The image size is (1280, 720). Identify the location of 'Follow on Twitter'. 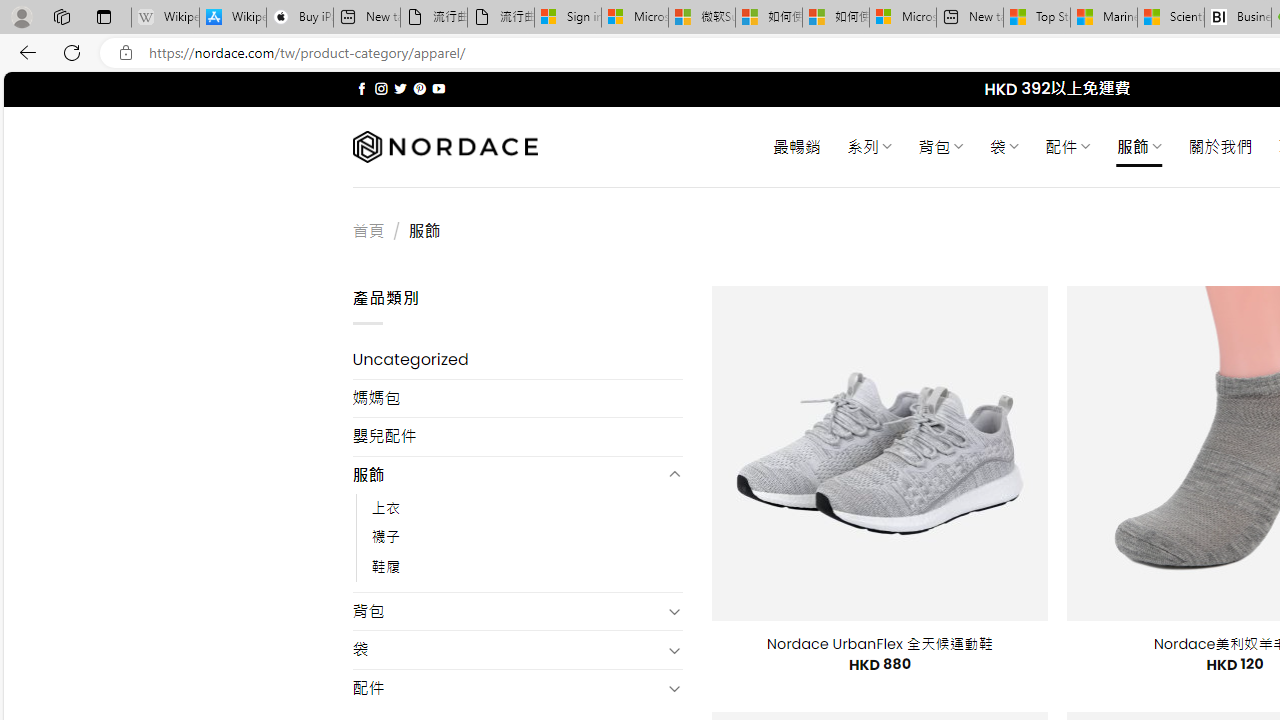
(400, 88).